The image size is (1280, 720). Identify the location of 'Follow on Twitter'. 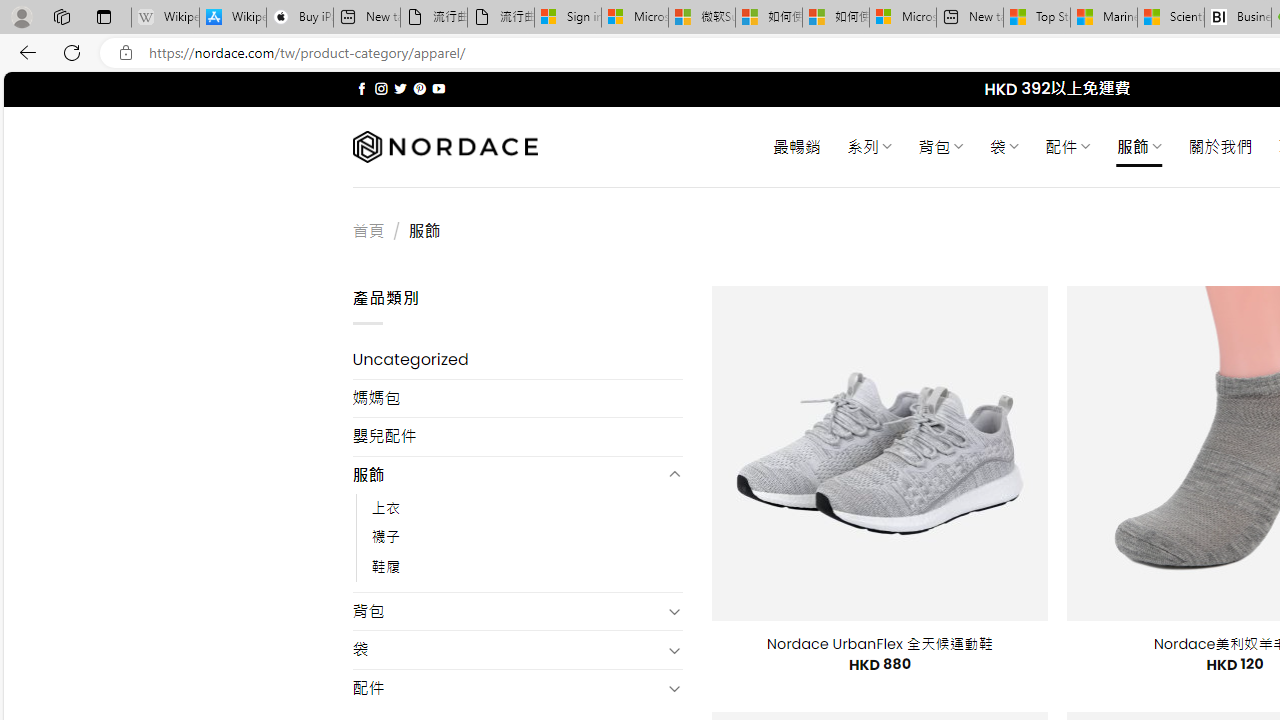
(400, 88).